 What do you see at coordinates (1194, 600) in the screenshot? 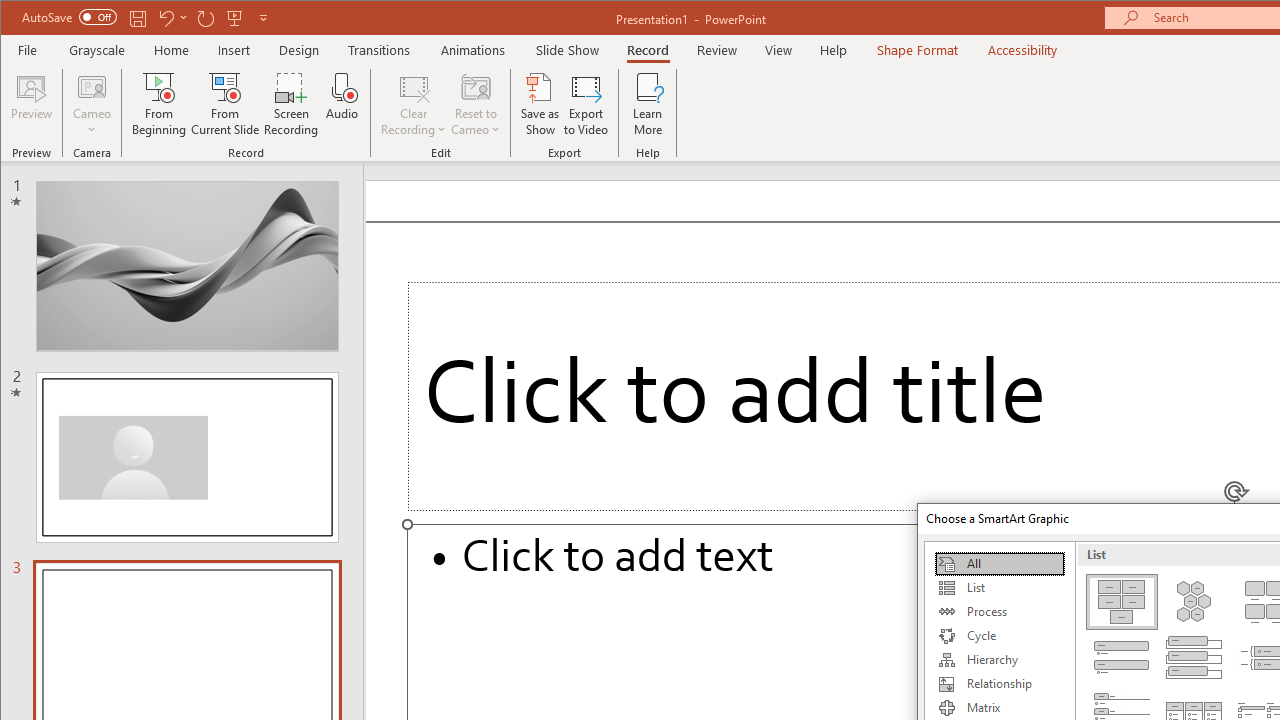
I see `'Alternating Hexagons'` at bounding box center [1194, 600].